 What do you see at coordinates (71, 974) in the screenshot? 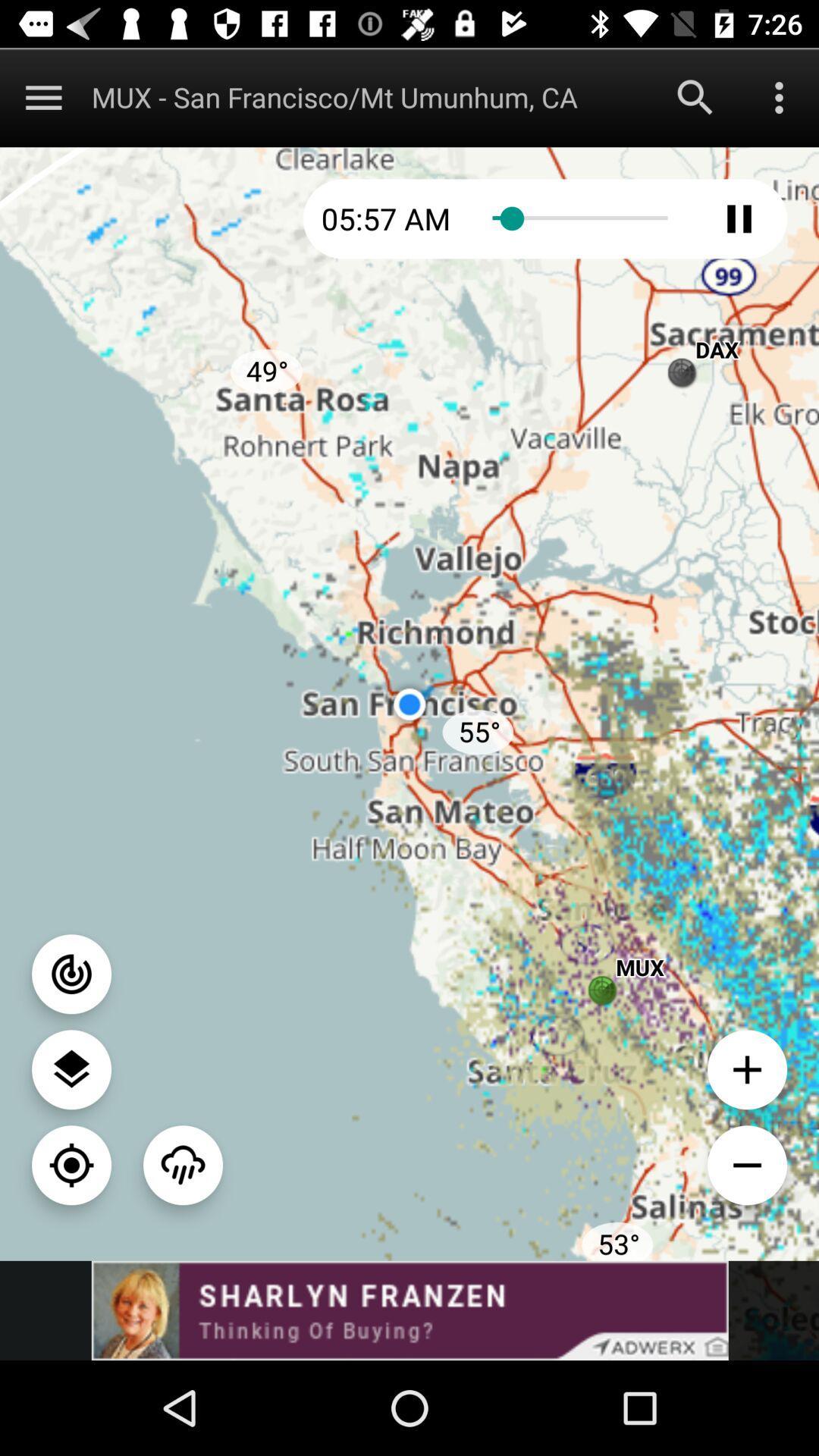
I see `point button` at bounding box center [71, 974].